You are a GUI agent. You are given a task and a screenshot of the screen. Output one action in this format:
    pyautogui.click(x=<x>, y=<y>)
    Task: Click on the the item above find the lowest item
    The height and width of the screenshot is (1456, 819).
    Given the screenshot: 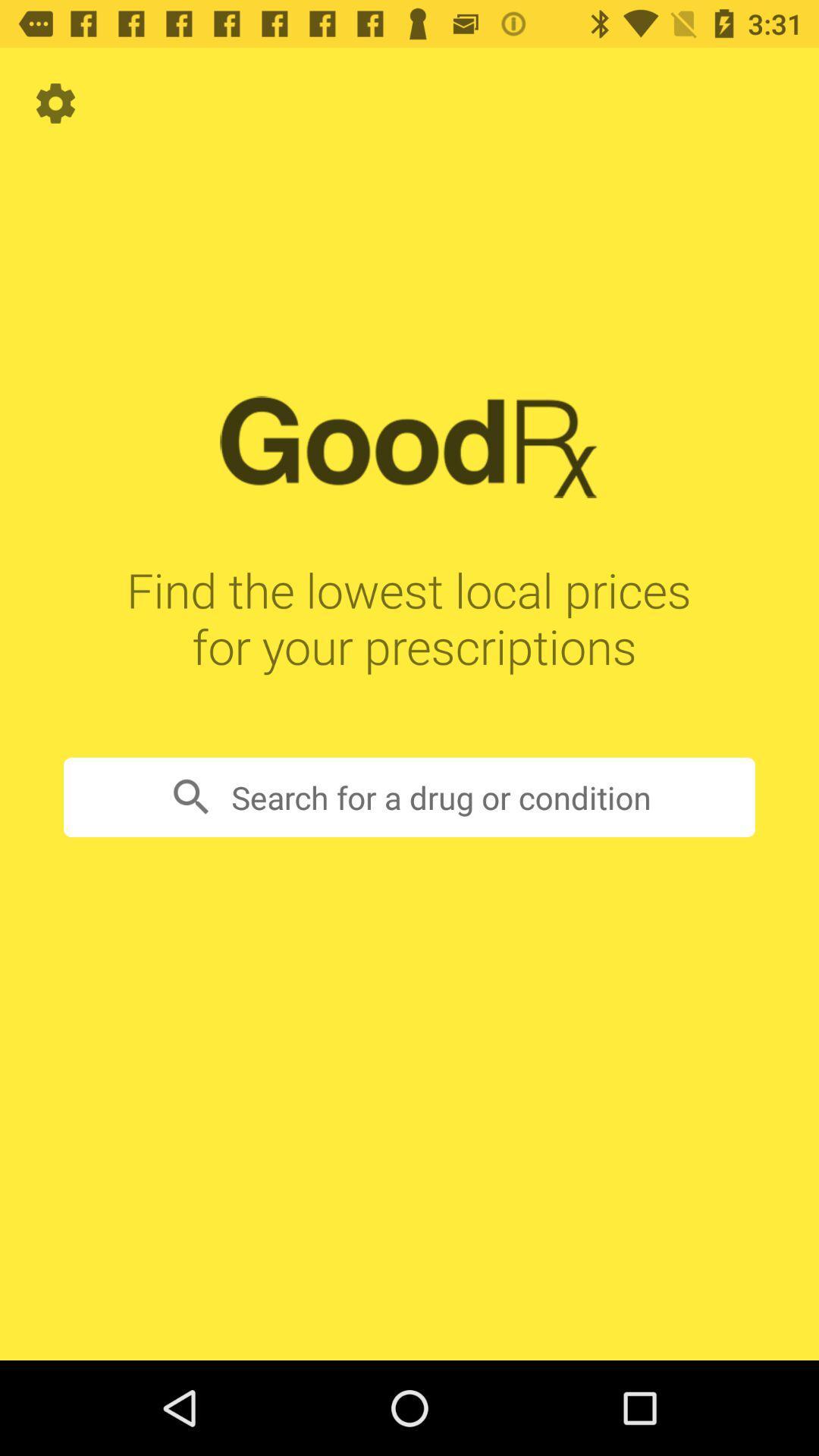 What is the action you would take?
    pyautogui.click(x=55, y=102)
    